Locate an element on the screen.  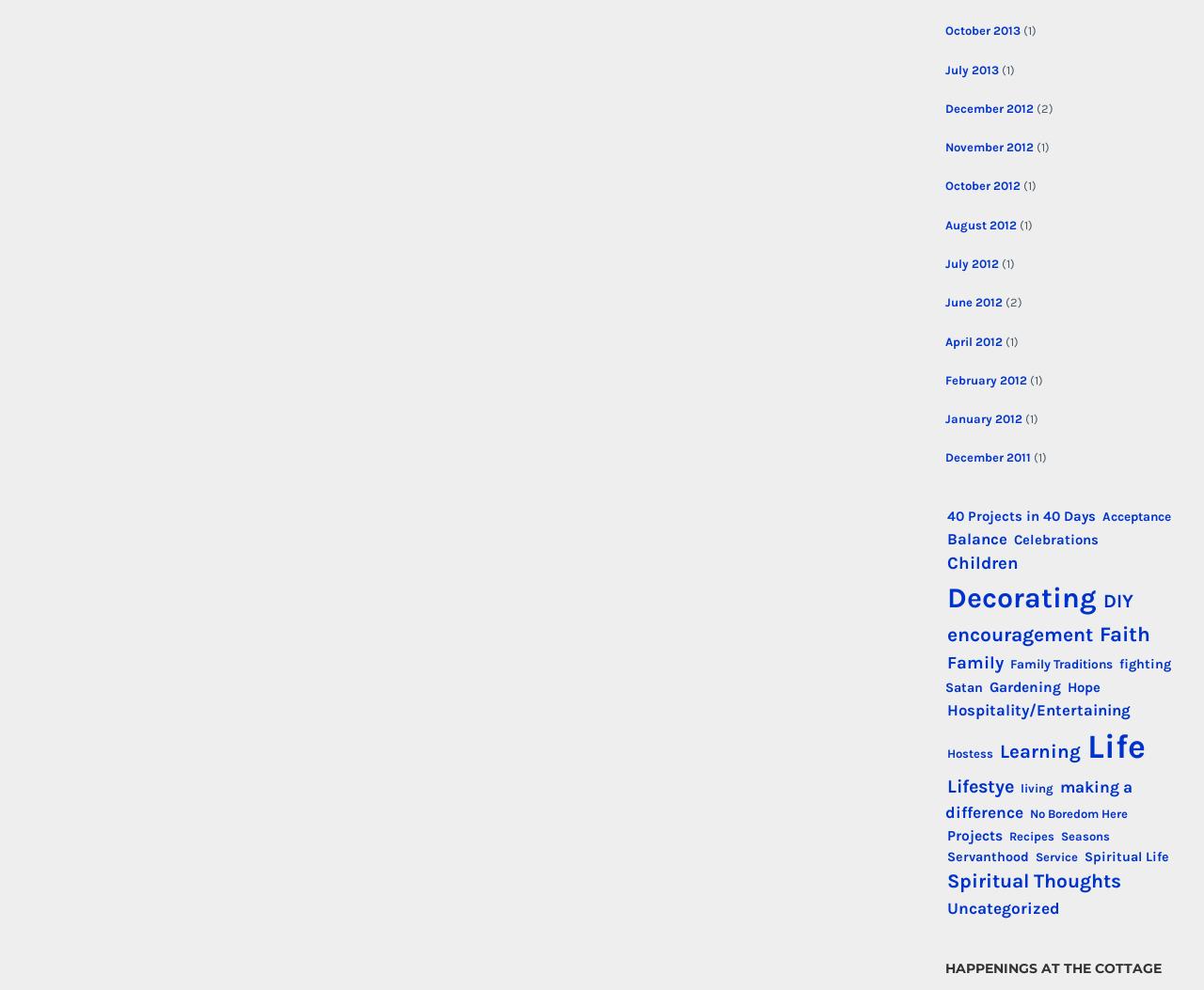
'Spiritual Thoughts' is located at coordinates (1032, 879).